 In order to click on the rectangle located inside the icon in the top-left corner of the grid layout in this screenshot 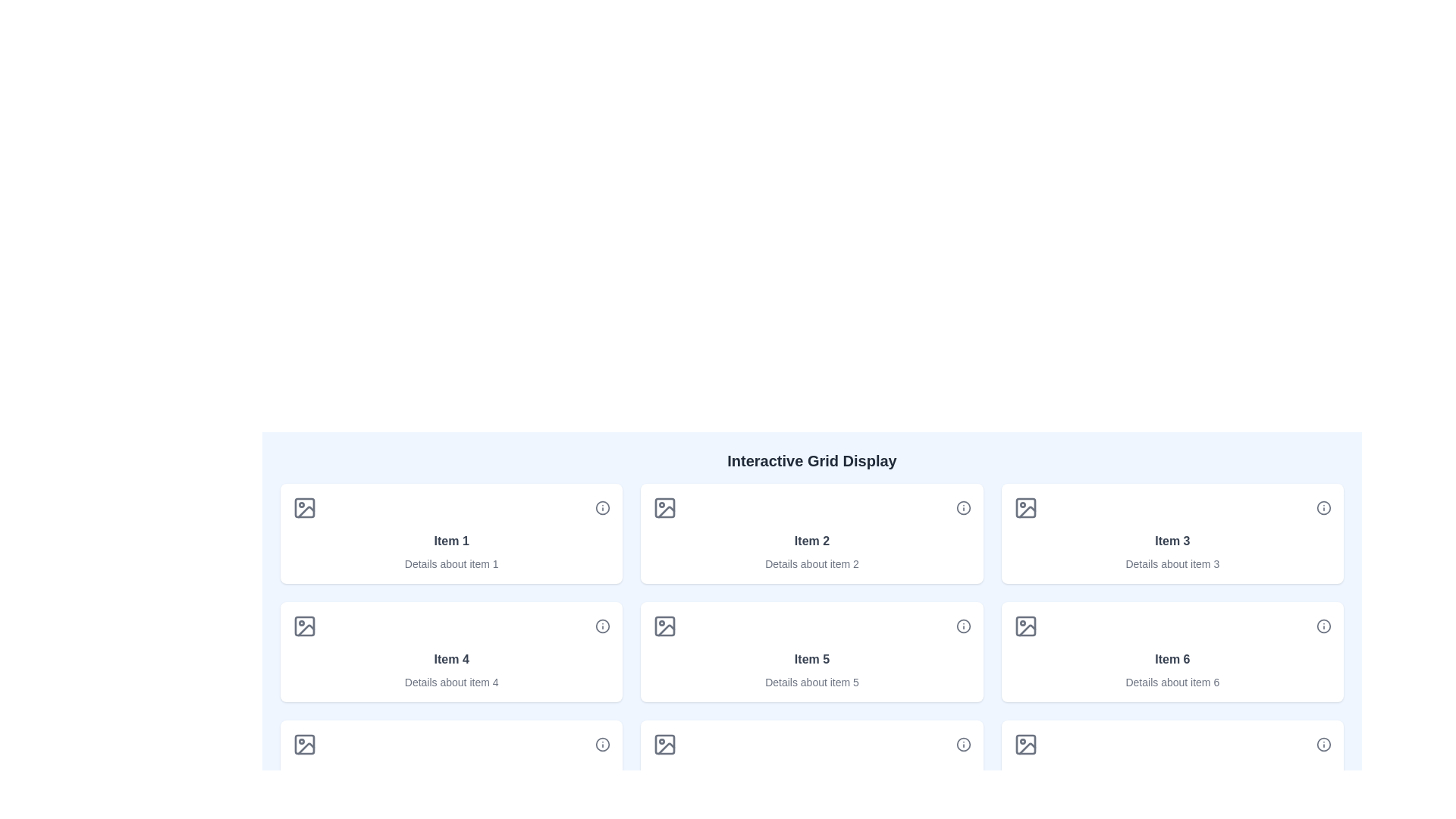, I will do `click(304, 508)`.